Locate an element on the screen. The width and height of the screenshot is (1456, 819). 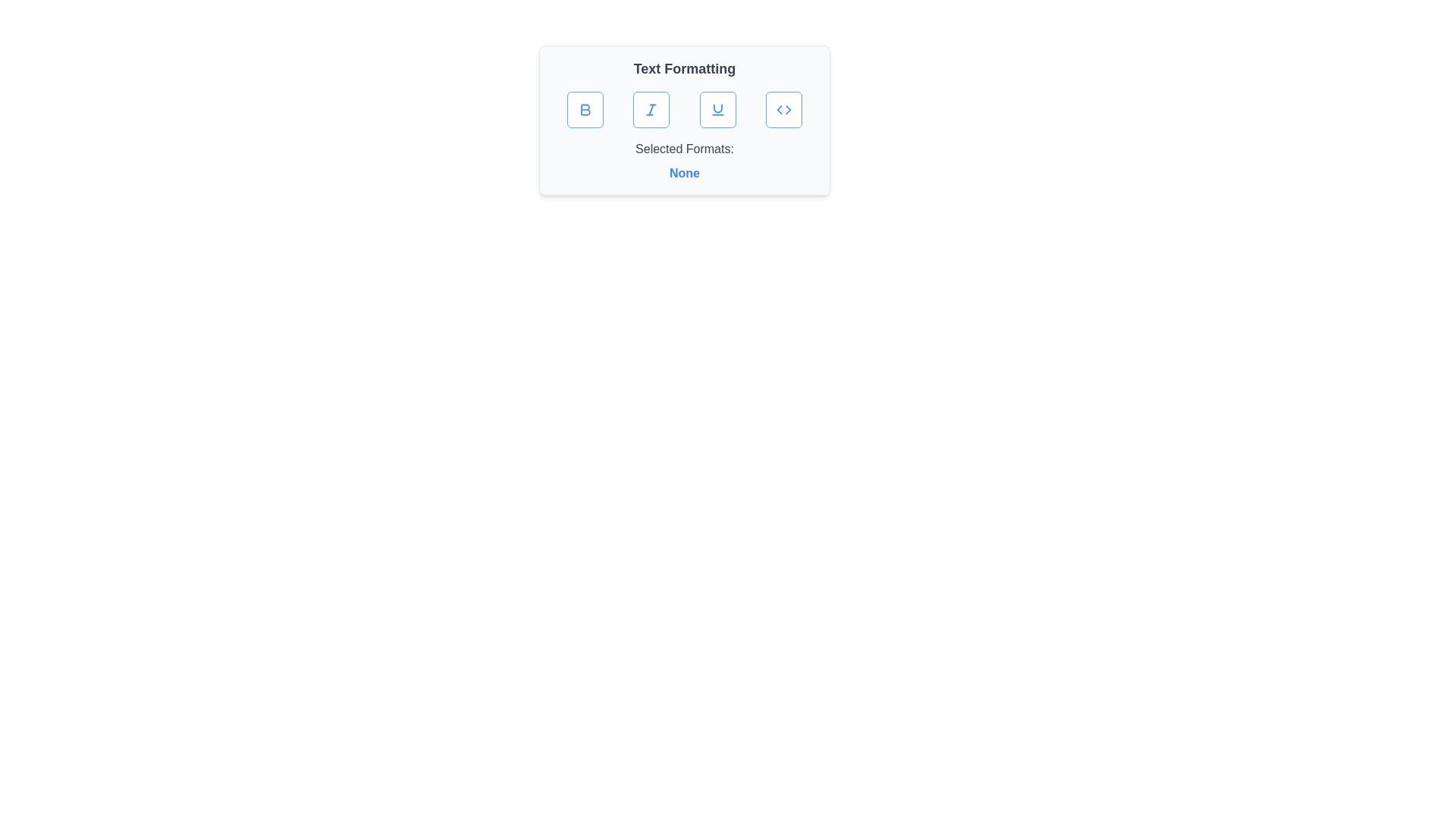
the italic button to toggle italic formatting is located at coordinates (651, 109).